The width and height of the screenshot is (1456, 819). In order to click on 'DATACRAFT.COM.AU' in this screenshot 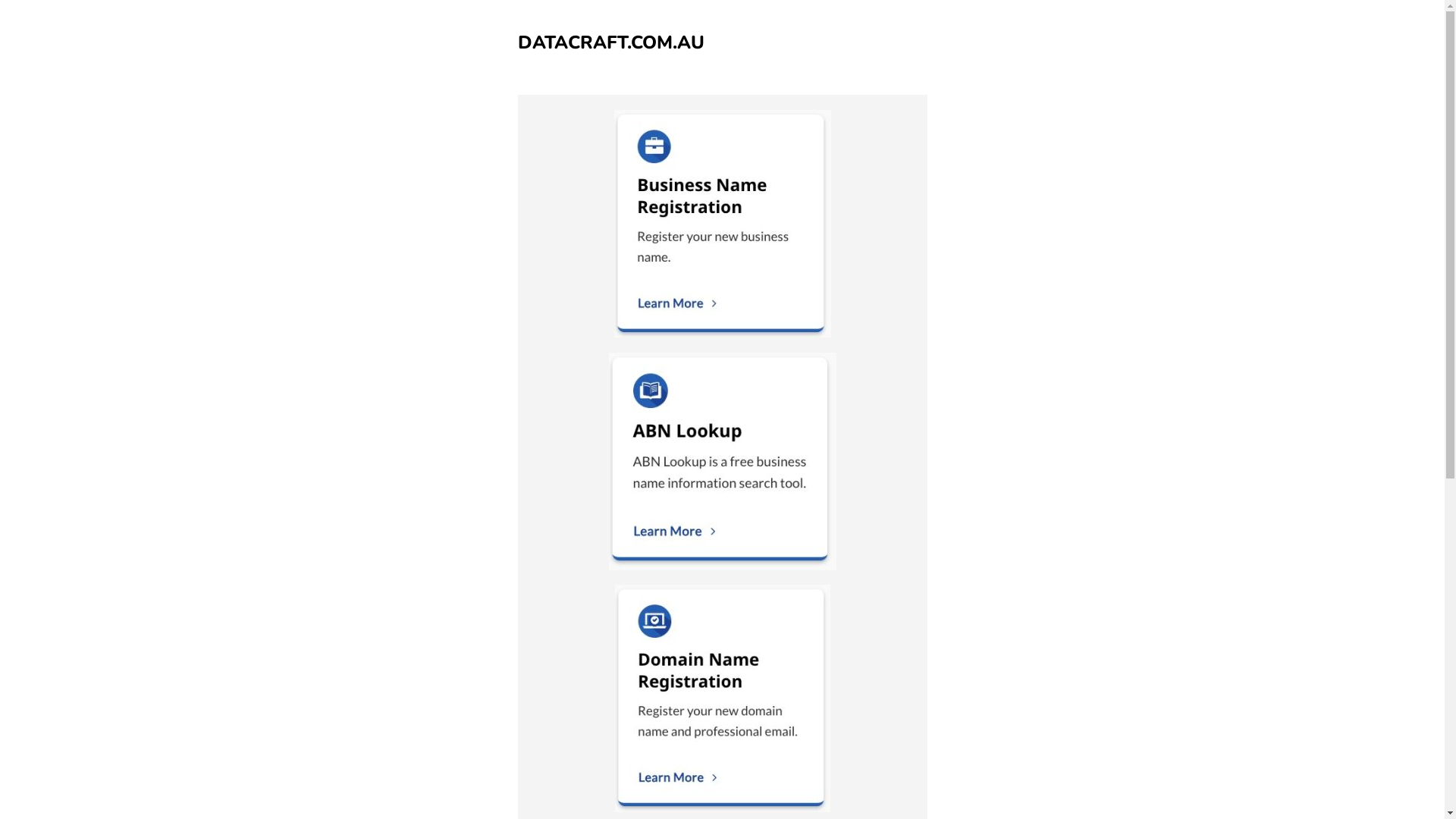, I will do `click(610, 42)`.